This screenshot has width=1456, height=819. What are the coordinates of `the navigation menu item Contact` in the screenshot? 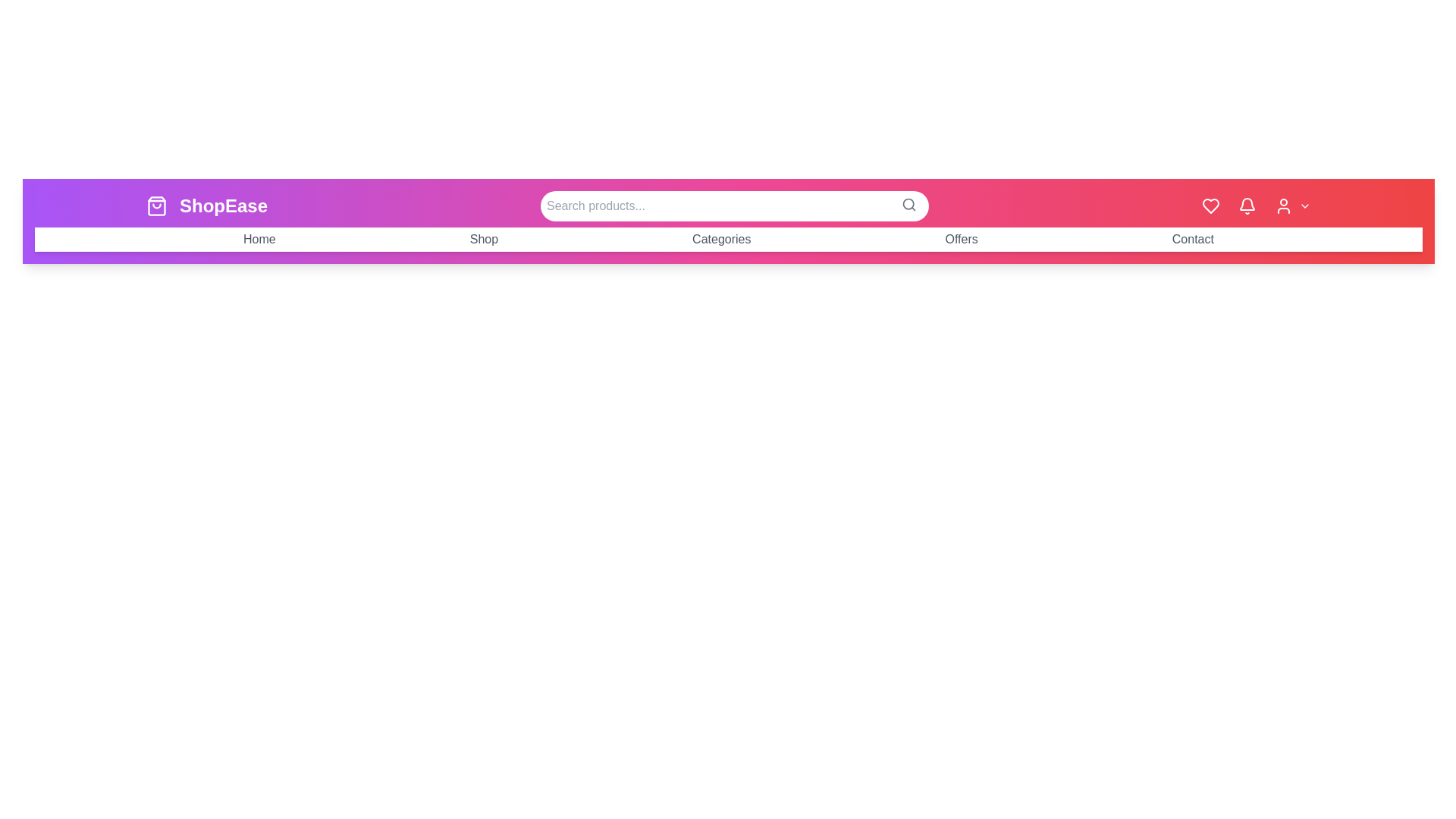 It's located at (1192, 239).